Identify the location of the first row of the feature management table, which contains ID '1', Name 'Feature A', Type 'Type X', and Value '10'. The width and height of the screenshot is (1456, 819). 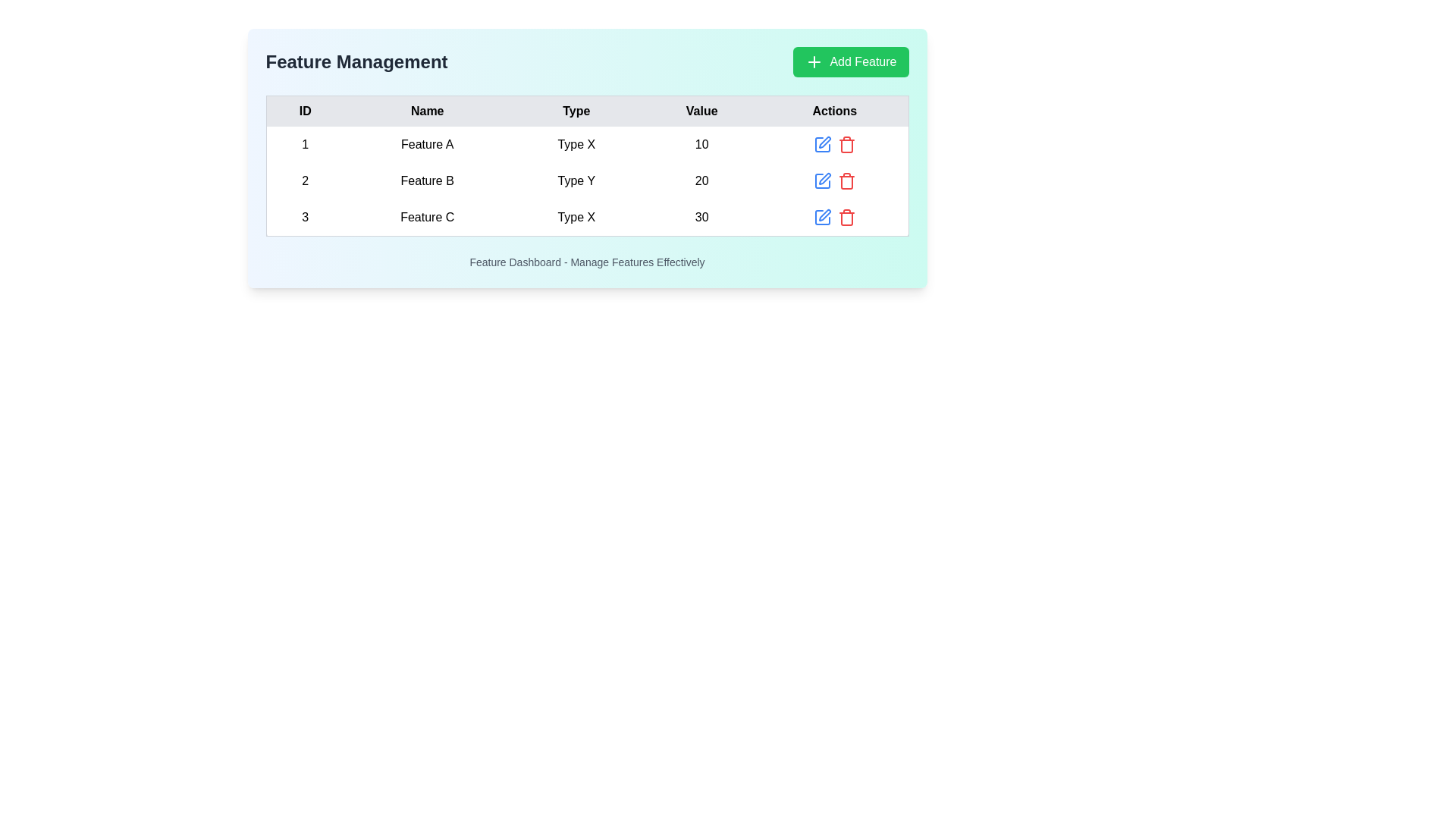
(586, 145).